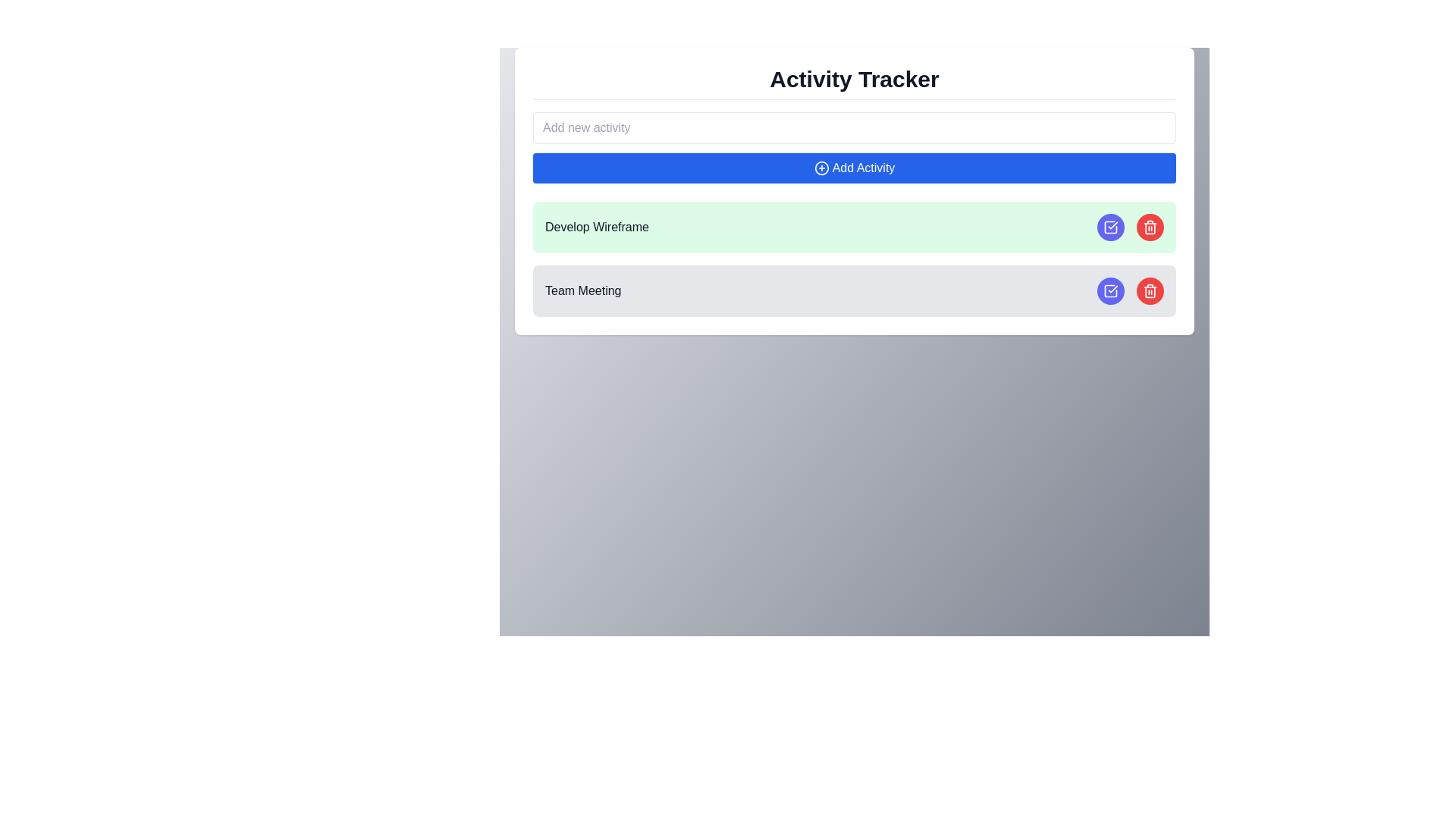  I want to click on the delete button located to the right of the 'Team Meeting' row, so click(1150, 291).